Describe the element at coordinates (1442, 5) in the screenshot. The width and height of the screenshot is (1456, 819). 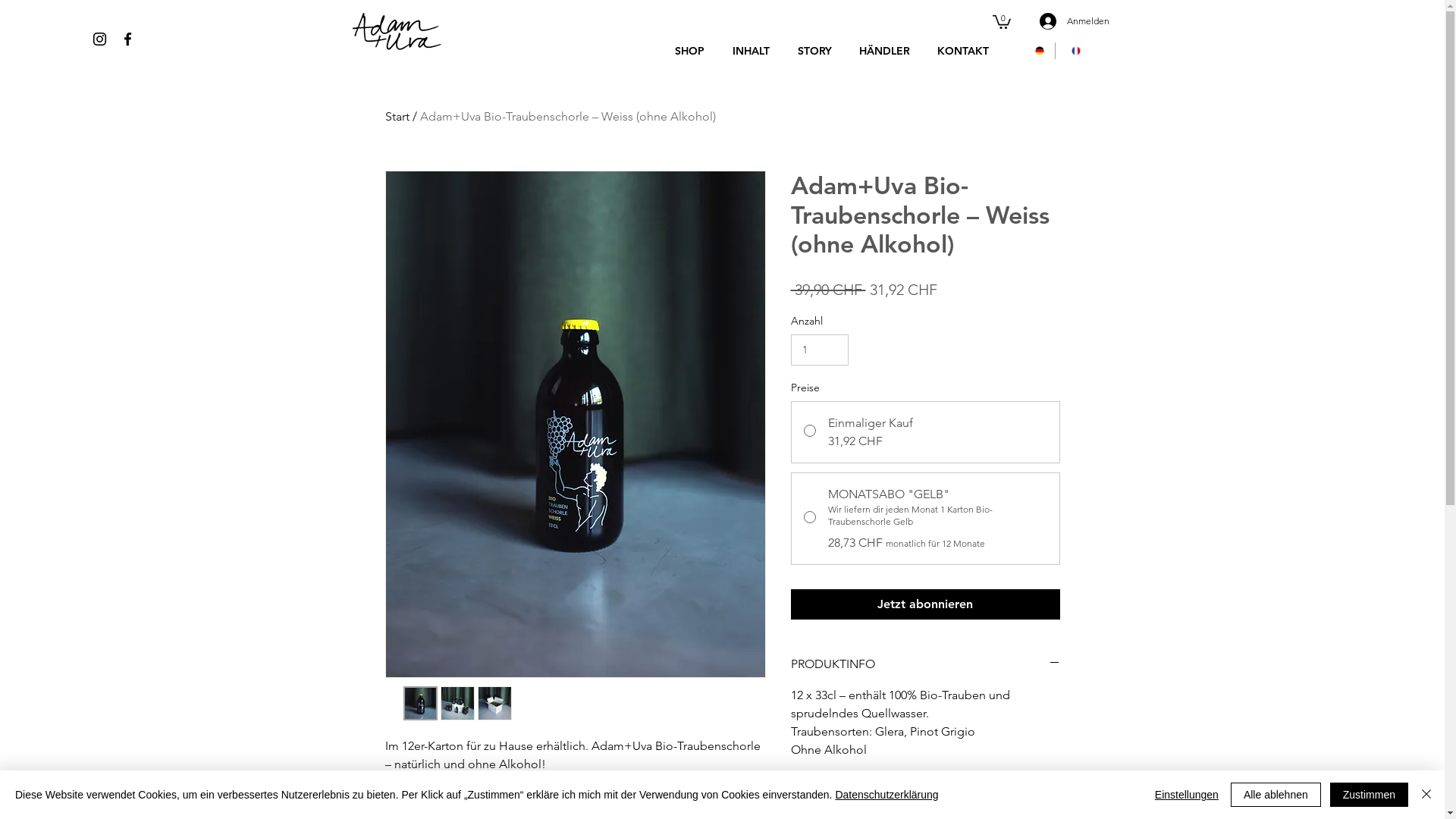
I see `'Visitor Analytics'` at that location.